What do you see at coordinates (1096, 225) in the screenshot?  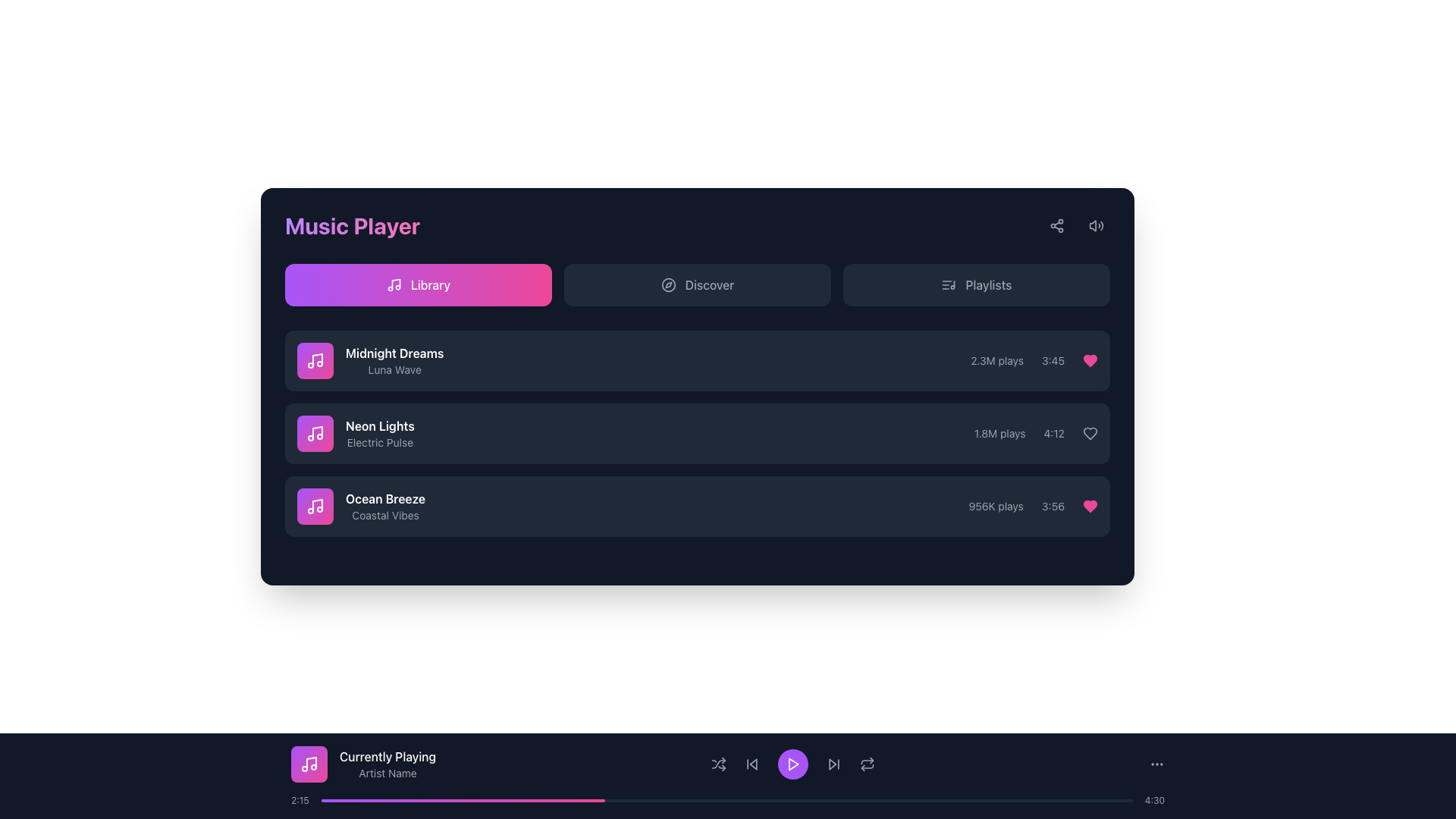 I see `the sound volume icon located in the top-right corner of the main interface panel, which is styled in medium gray and changes to purple when hovered` at bounding box center [1096, 225].